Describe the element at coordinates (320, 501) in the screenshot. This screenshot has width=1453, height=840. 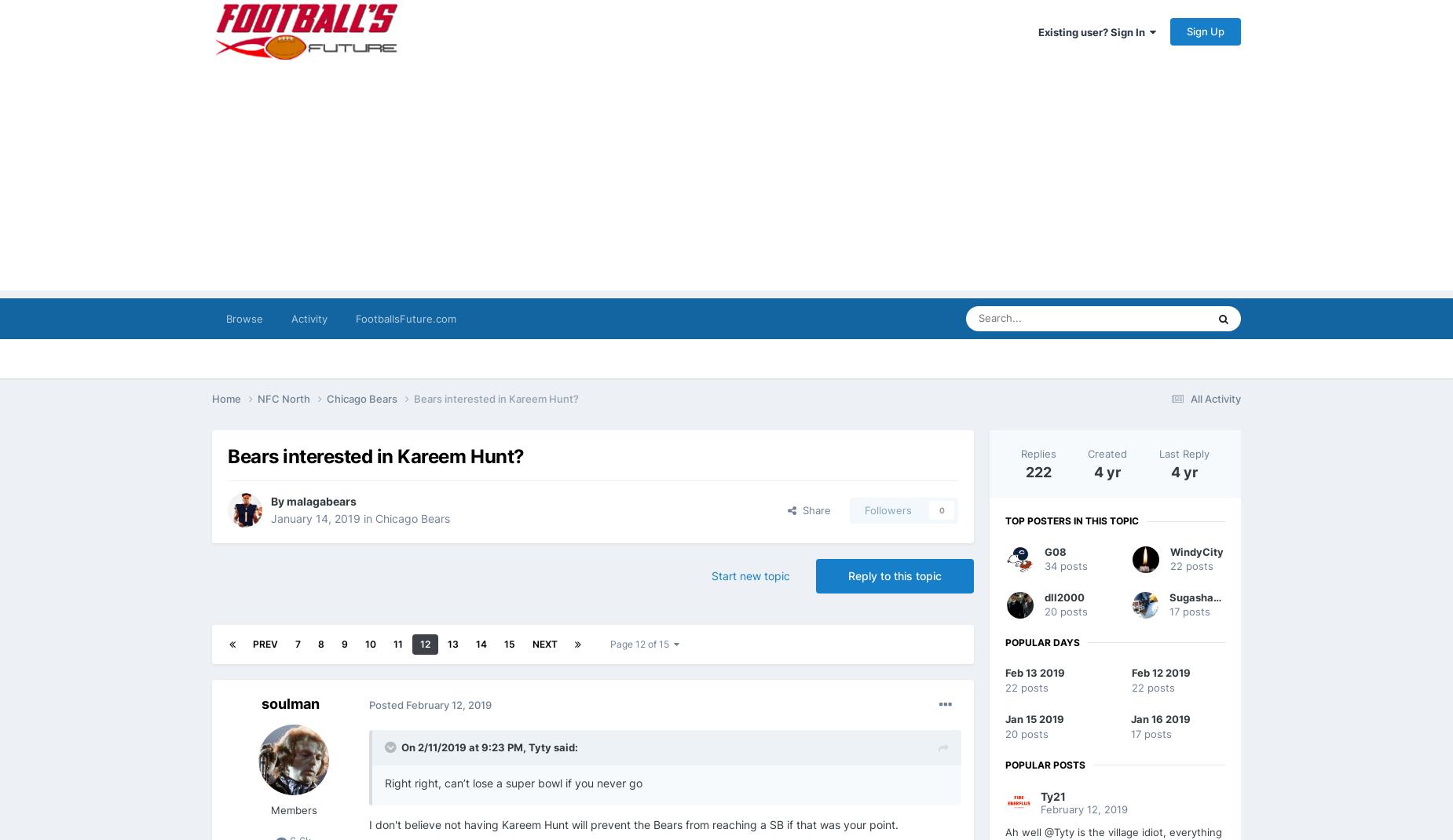
I see `'malagabears'` at that location.